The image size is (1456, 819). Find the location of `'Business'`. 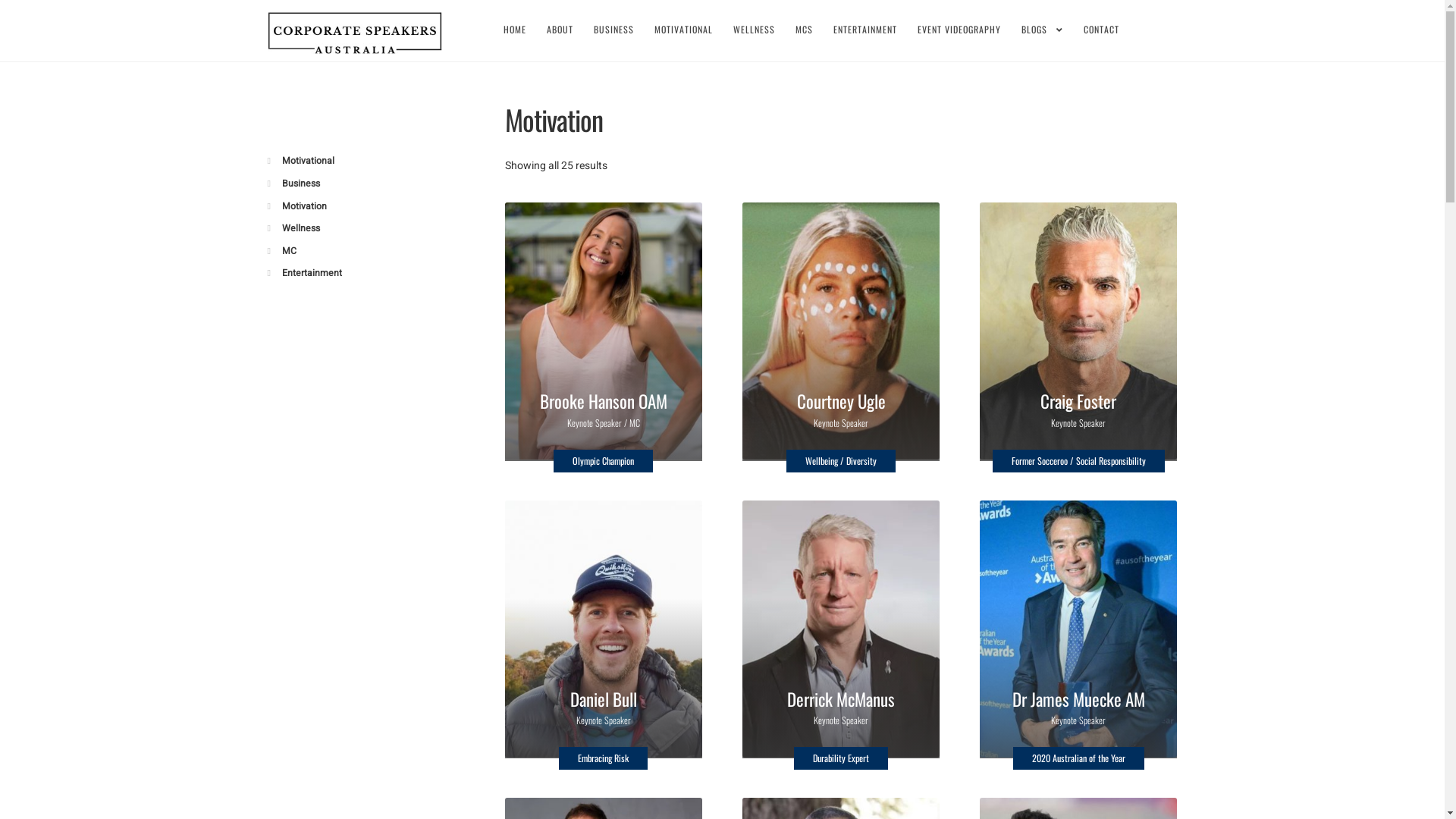

'Business' is located at coordinates (282, 183).